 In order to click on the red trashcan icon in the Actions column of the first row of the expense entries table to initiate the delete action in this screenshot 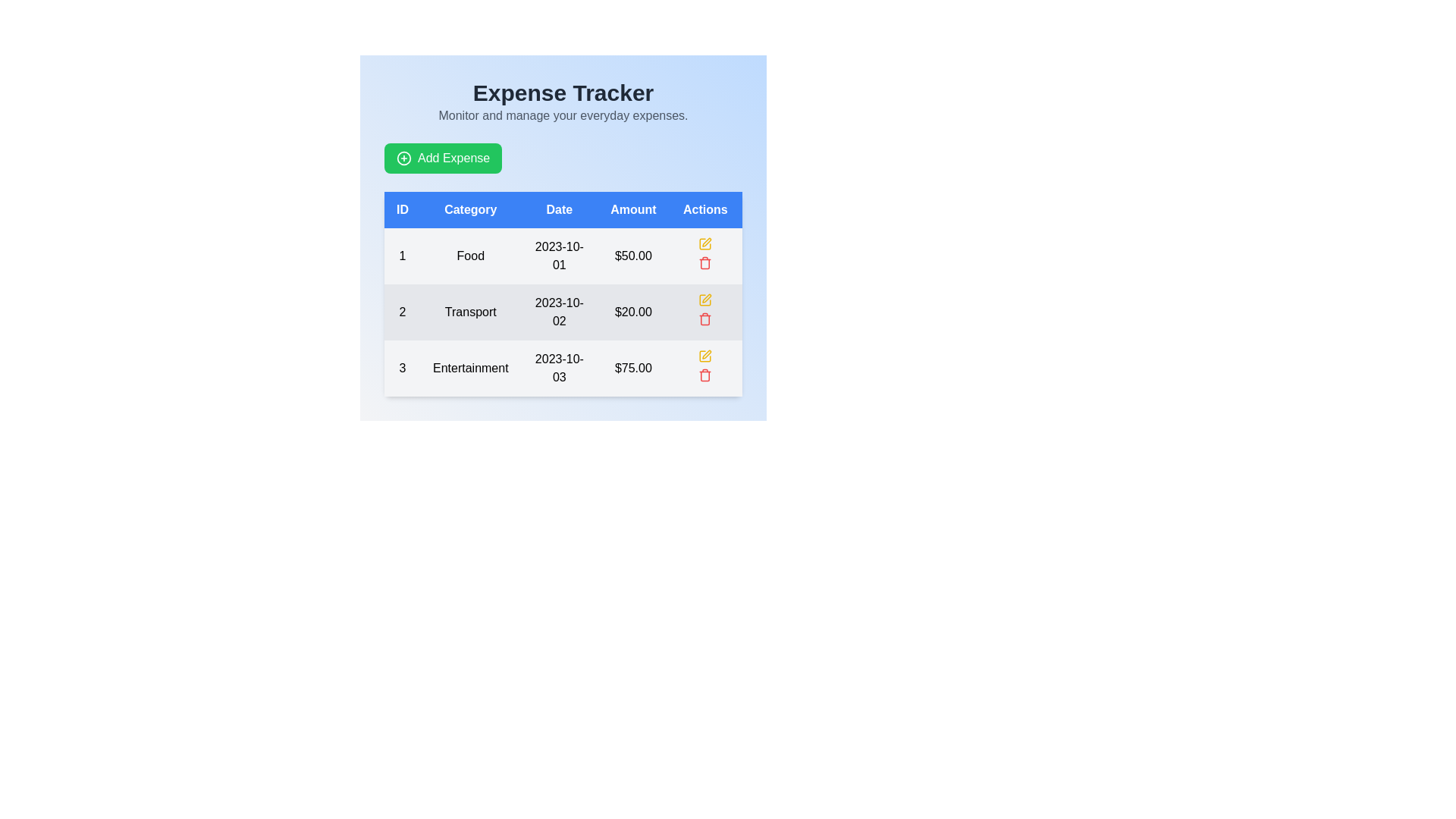, I will do `click(704, 262)`.